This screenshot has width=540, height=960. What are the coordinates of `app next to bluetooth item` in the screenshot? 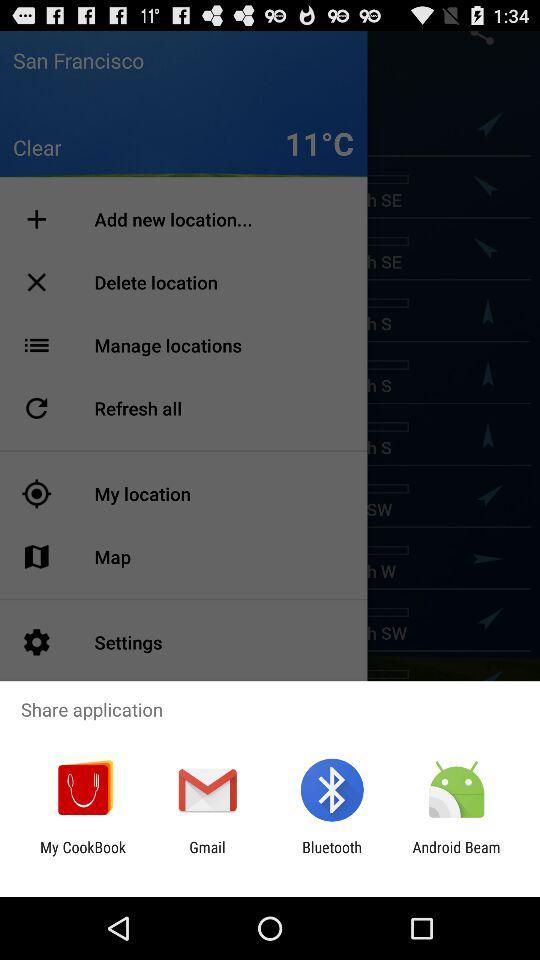 It's located at (456, 855).